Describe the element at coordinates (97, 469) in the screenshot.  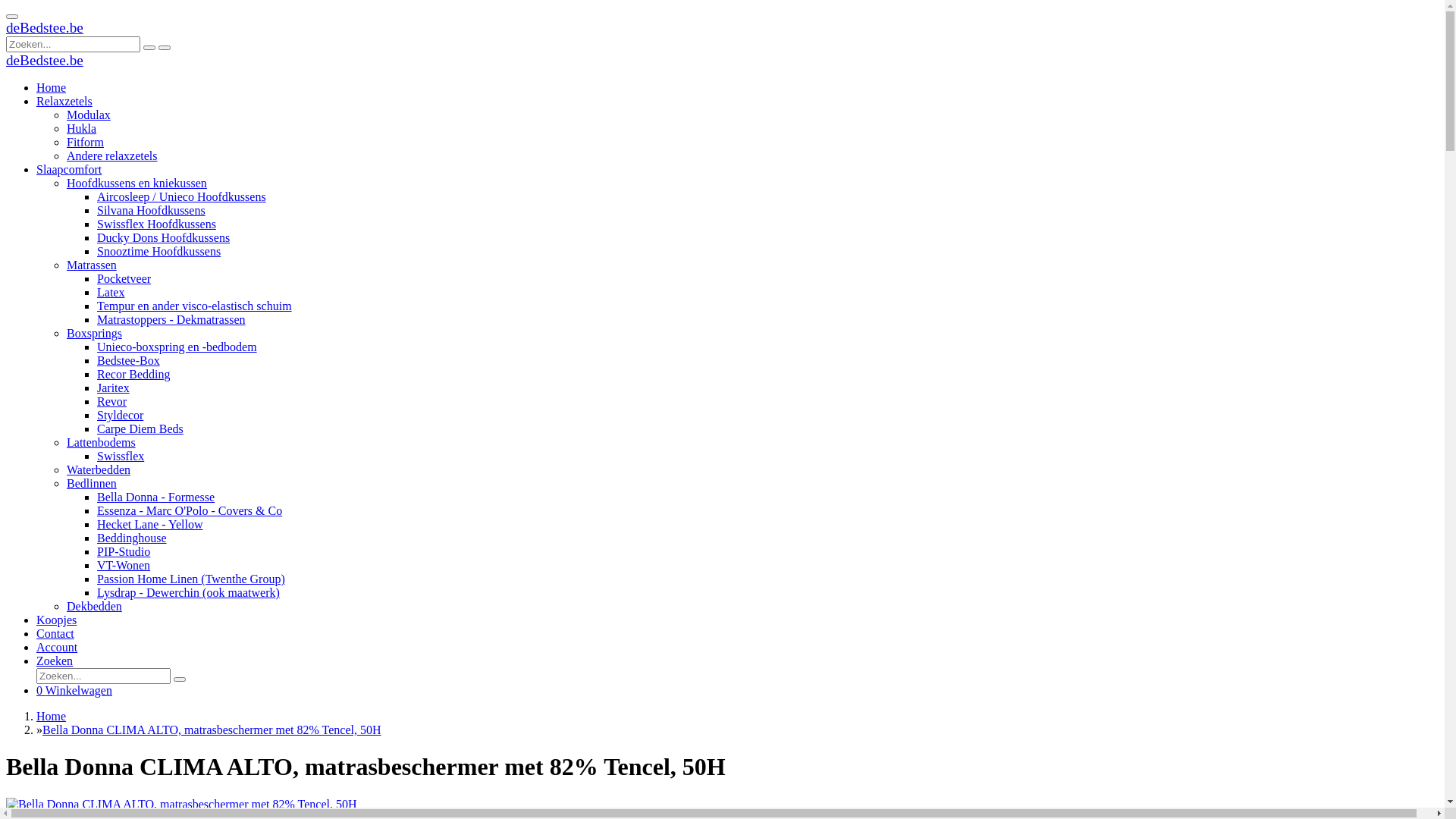
I see `'Waterbedden'` at that location.